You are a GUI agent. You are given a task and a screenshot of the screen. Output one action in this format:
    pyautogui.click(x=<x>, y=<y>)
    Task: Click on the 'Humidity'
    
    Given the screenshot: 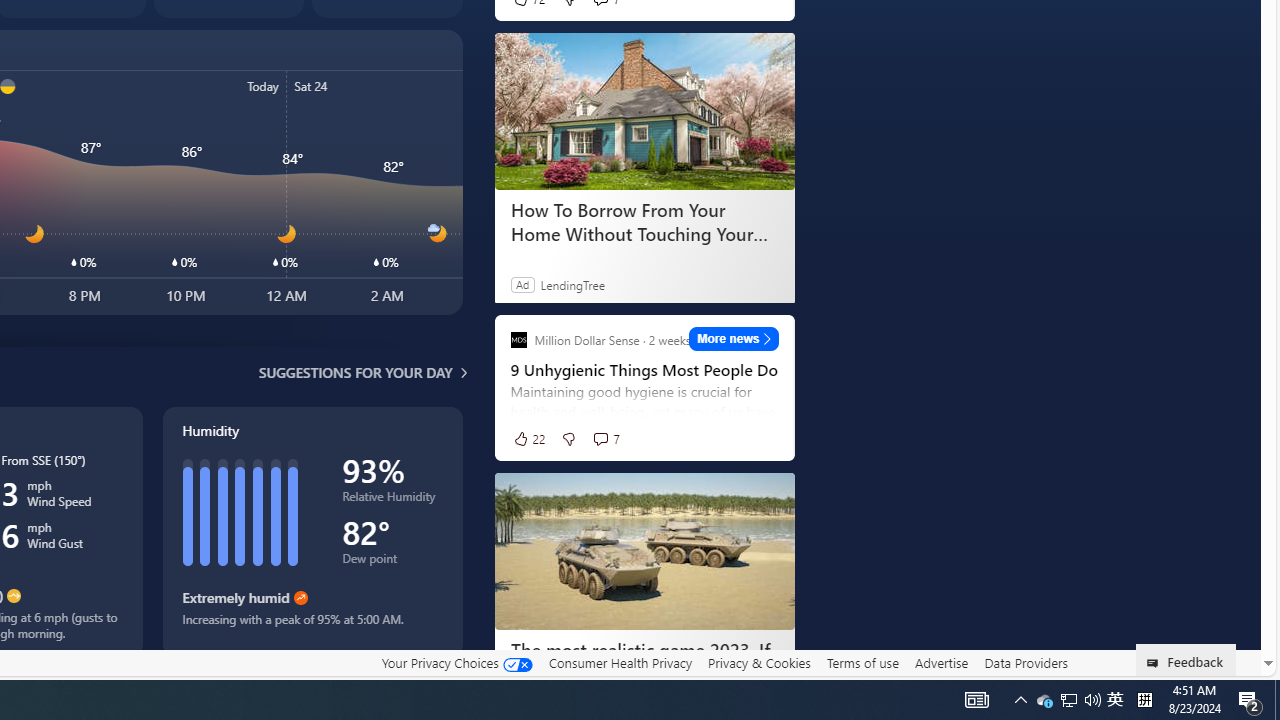 What is the action you would take?
    pyautogui.click(x=311, y=530)
    